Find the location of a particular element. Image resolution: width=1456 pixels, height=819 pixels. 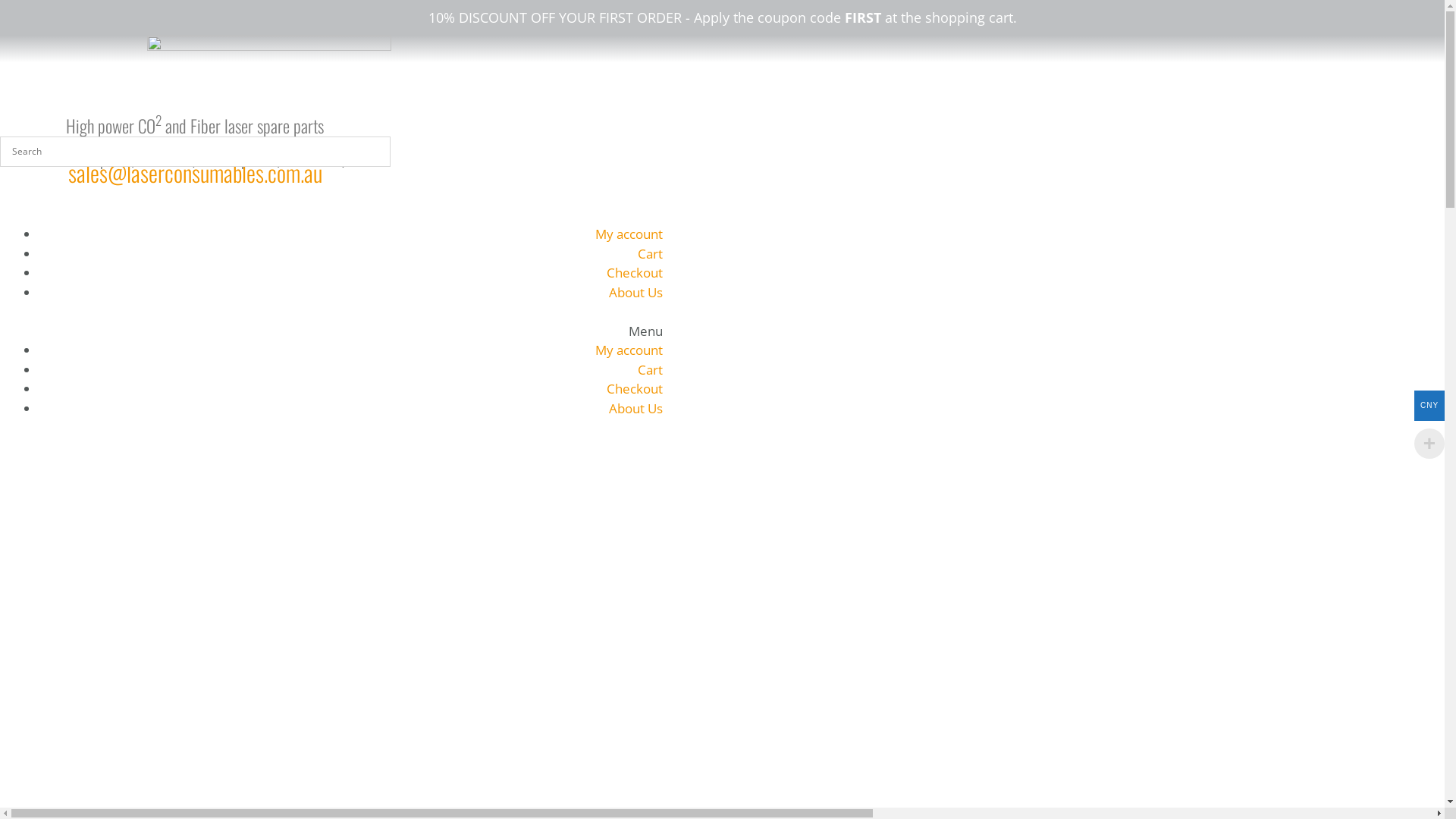

'Cart' is located at coordinates (650, 253).